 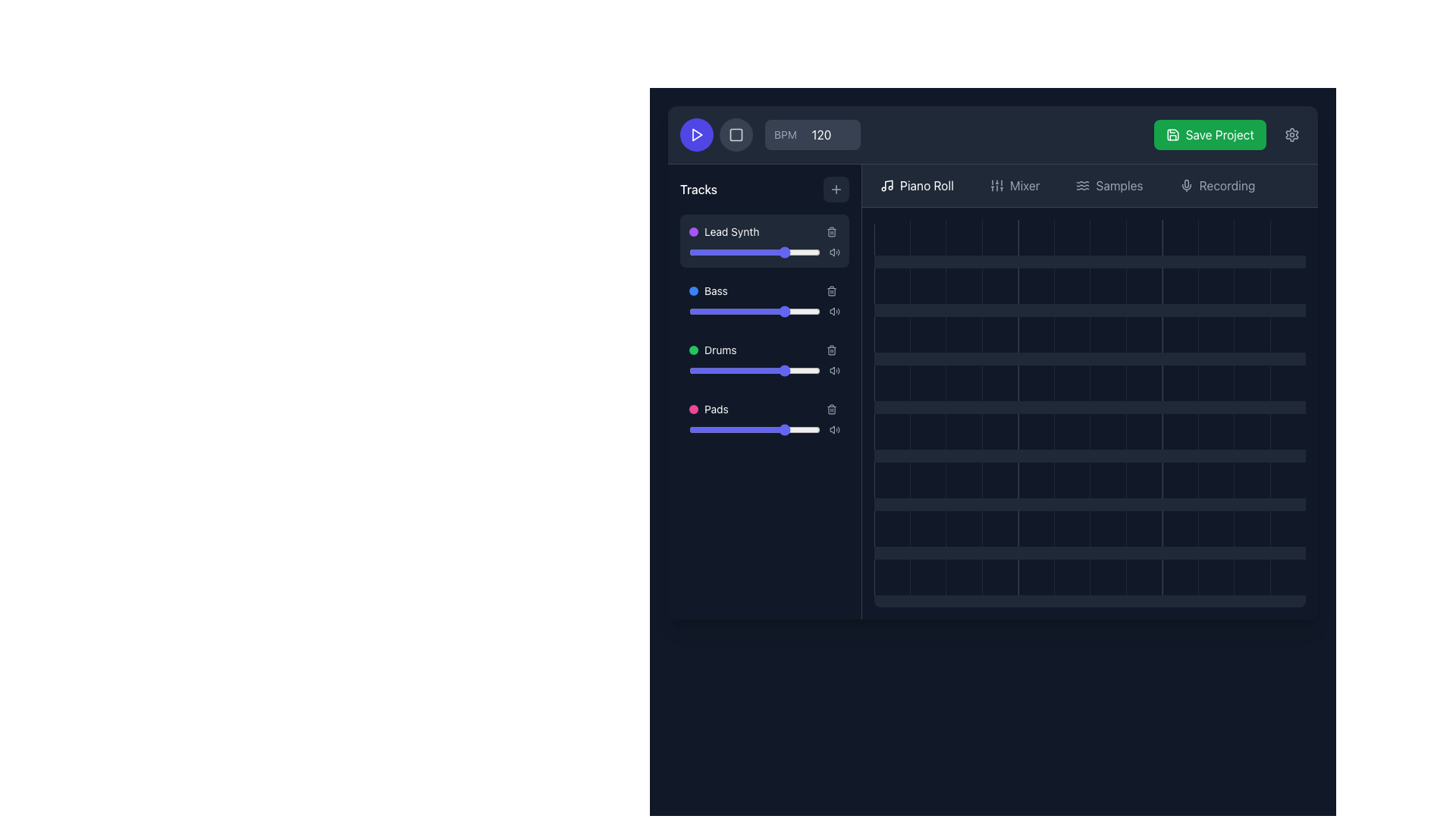 What do you see at coordinates (1216, 480) in the screenshot?
I see `the grid cell located in the 11th column of the 6th row of the piano roll UI, which is a dark rectangular box with a gray background` at bounding box center [1216, 480].